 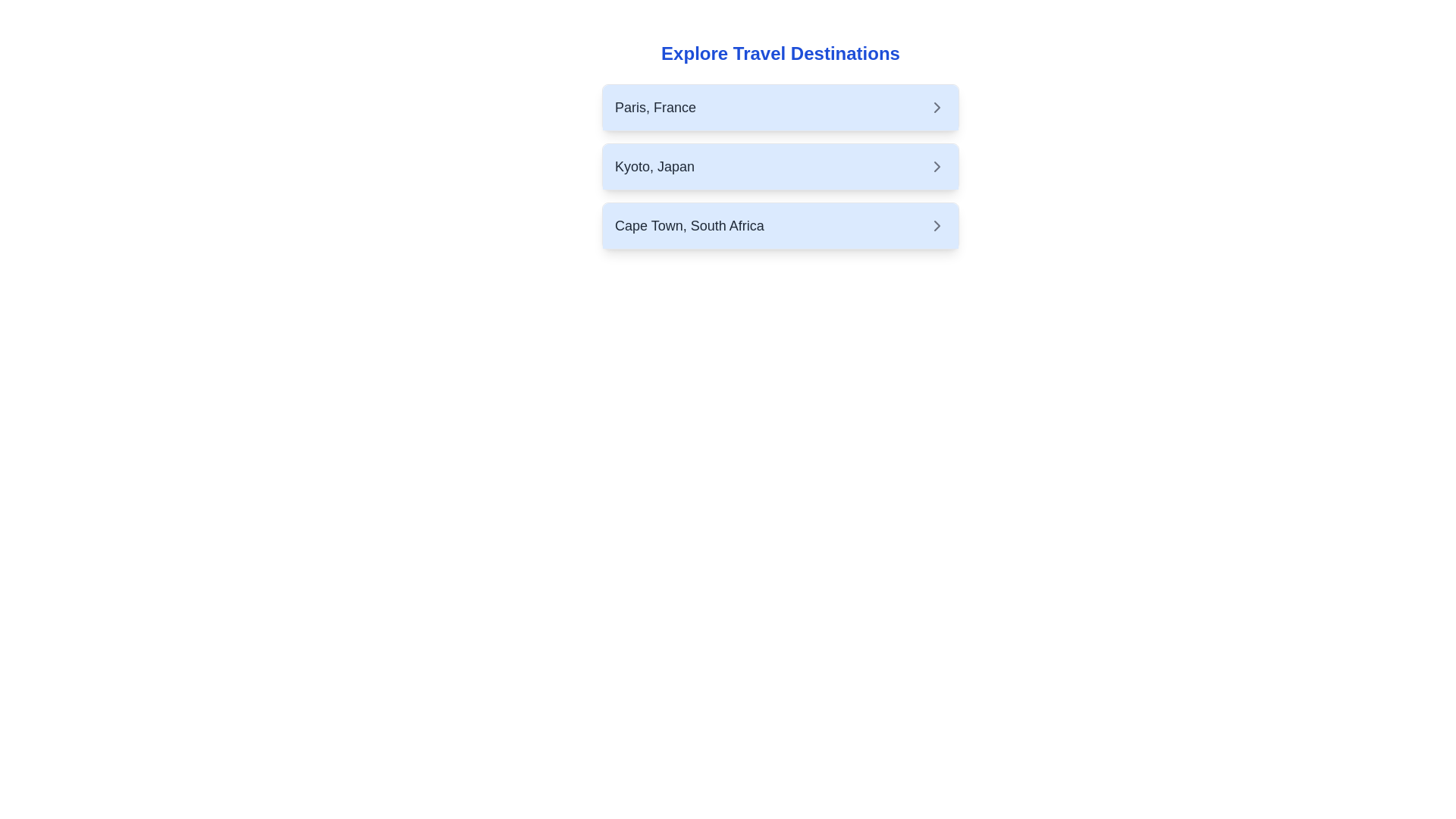 What do you see at coordinates (937, 225) in the screenshot?
I see `the right-facing chevron icon located on the right side of the 'Cape Town, South Africa' list item` at bounding box center [937, 225].